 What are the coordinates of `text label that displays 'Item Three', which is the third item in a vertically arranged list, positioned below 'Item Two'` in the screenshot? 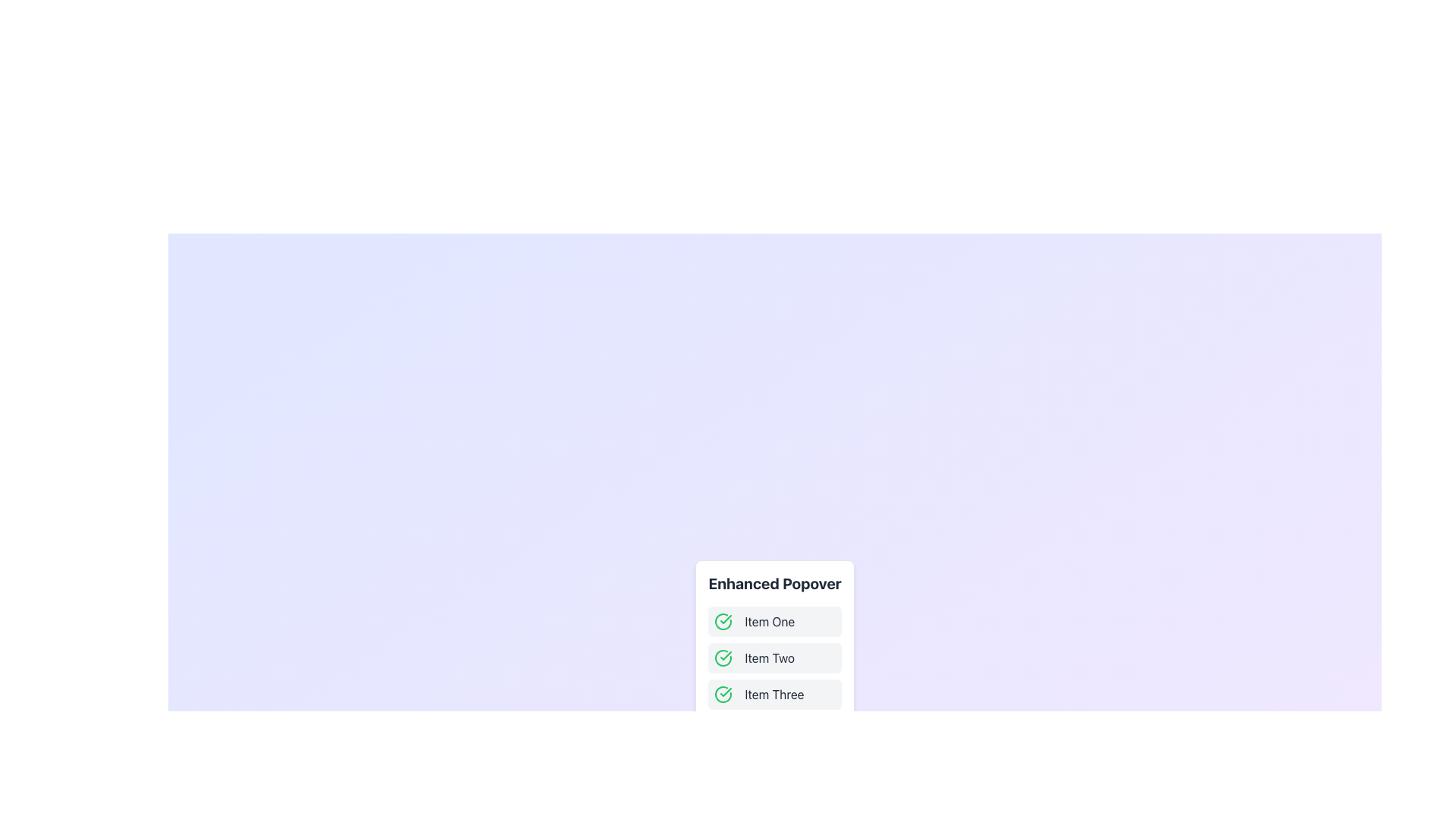 It's located at (774, 694).